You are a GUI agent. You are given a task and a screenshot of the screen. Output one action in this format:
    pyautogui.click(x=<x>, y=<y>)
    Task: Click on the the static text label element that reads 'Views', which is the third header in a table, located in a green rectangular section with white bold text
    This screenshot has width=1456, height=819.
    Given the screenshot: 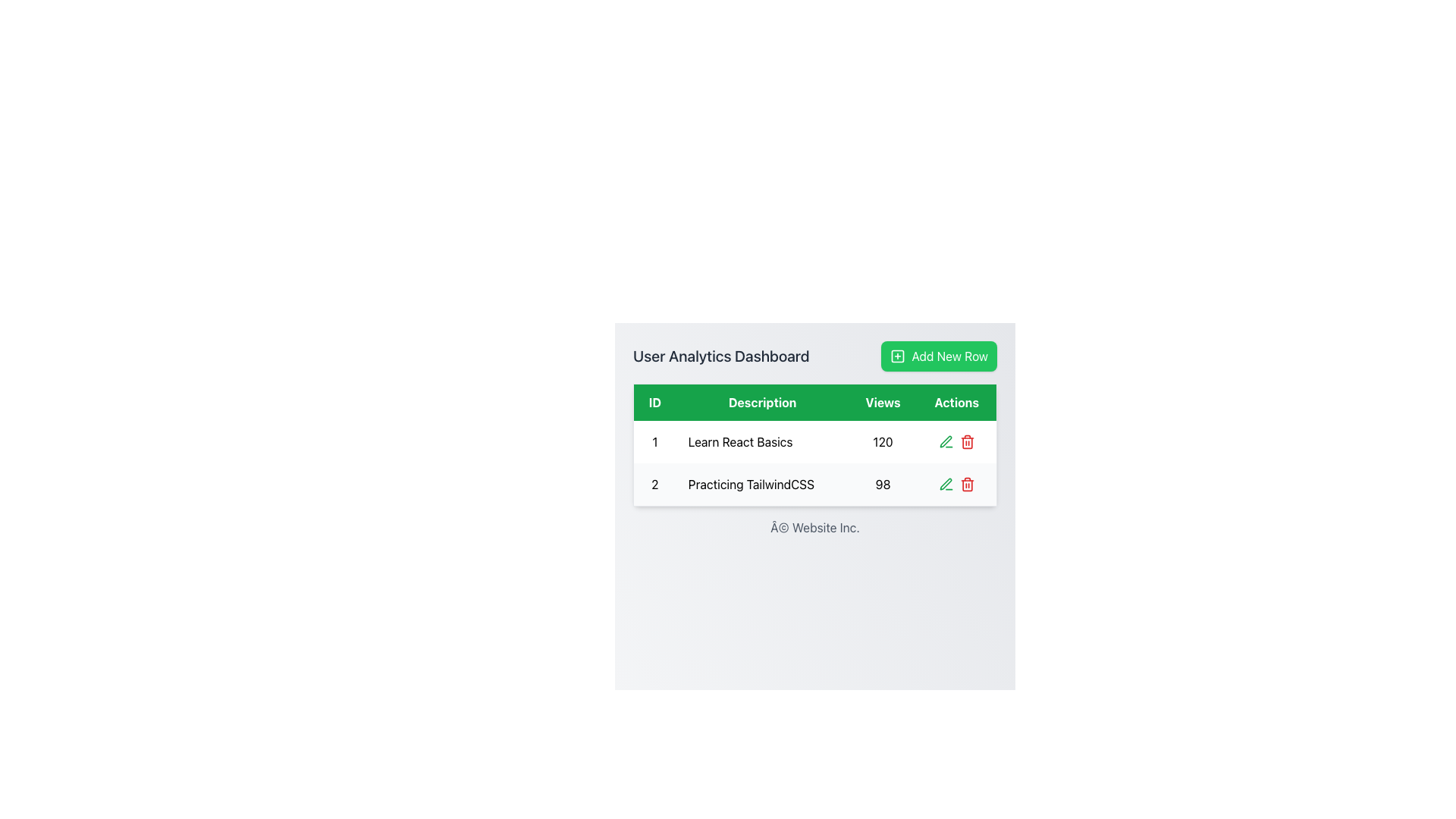 What is the action you would take?
    pyautogui.click(x=883, y=401)
    